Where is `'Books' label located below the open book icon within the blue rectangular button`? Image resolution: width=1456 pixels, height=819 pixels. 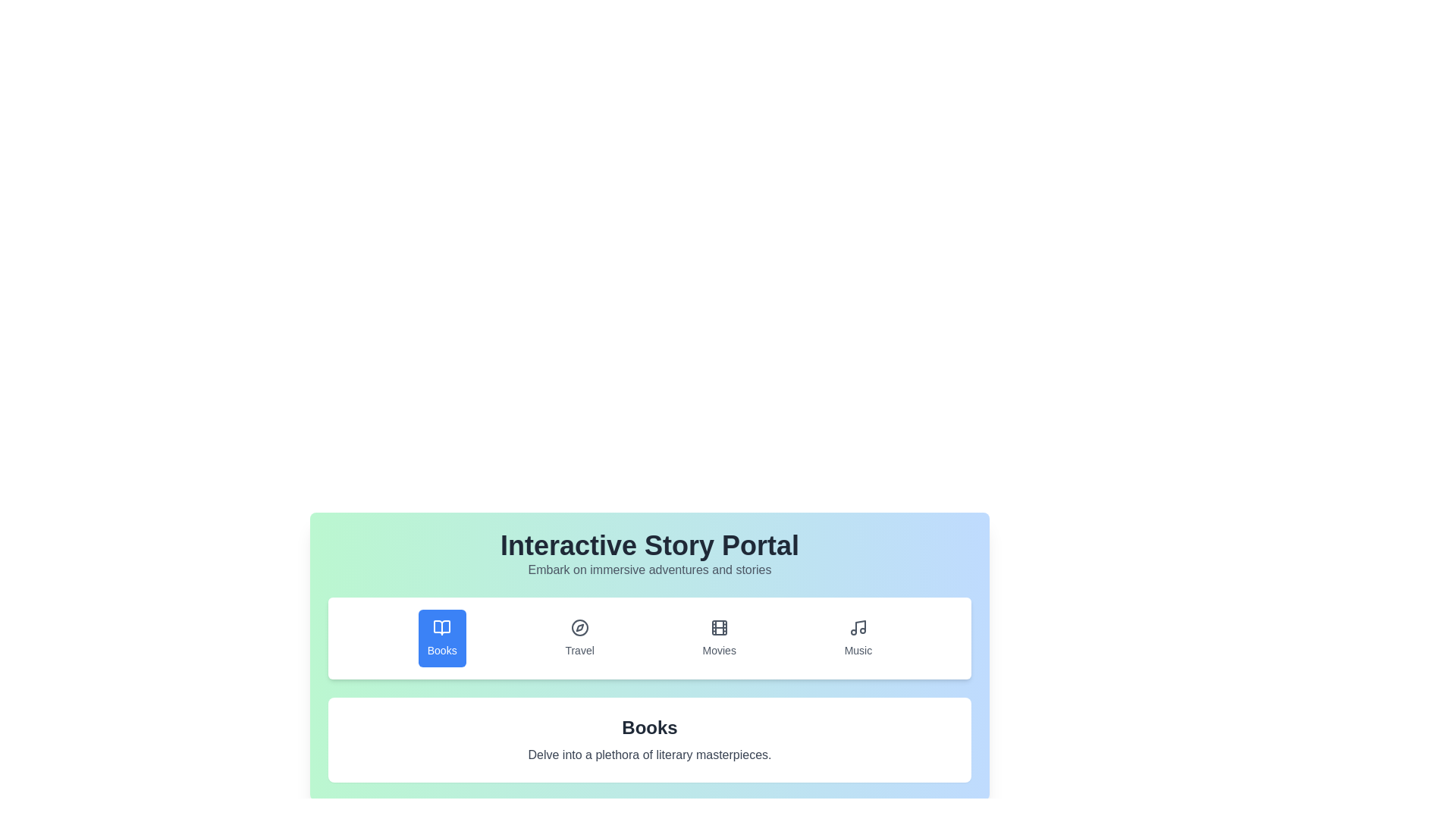
'Books' label located below the open book icon within the blue rectangular button is located at coordinates (441, 649).